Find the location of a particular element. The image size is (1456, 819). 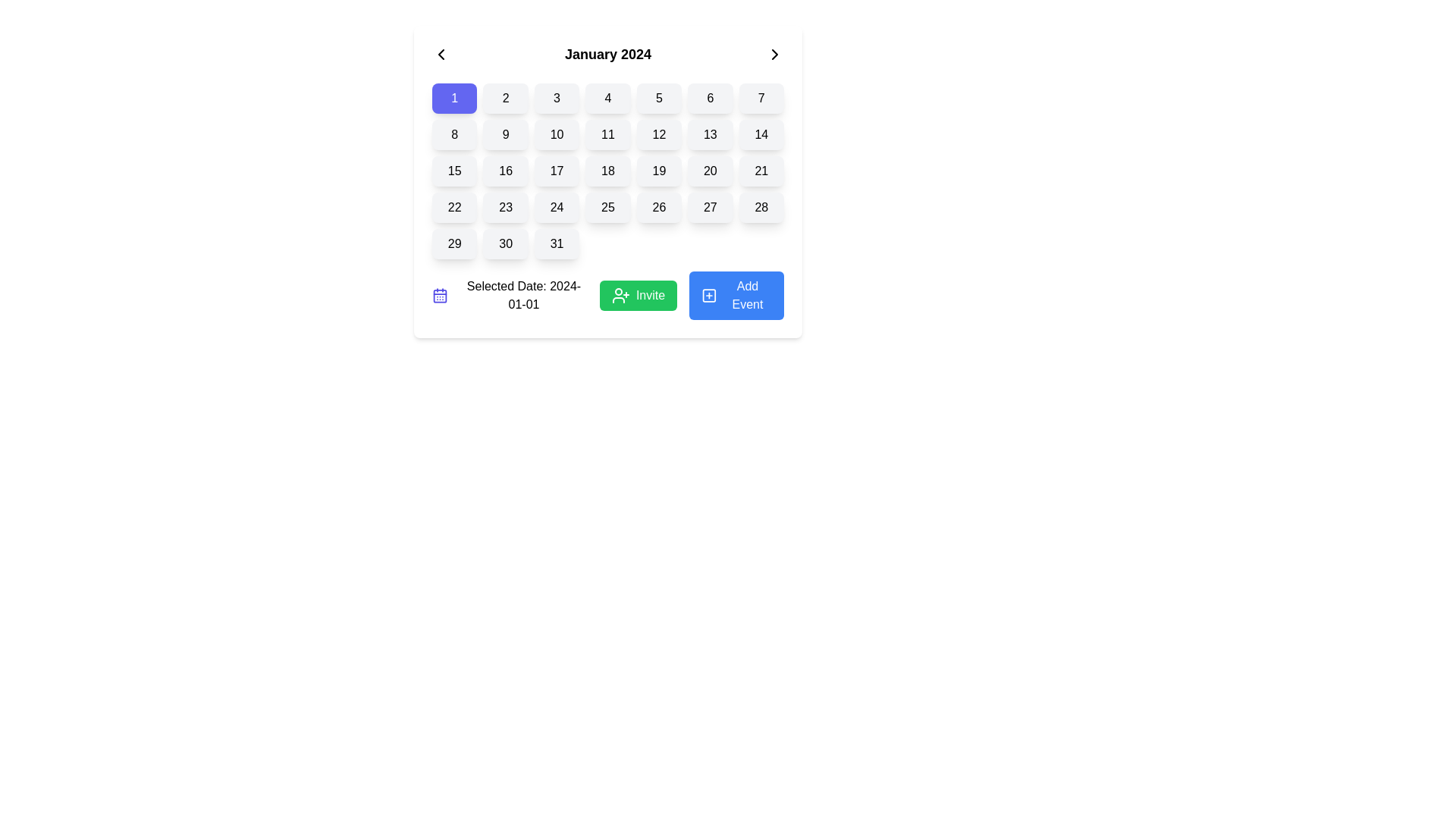

the button labeled '26' in the calendar grid layout is located at coordinates (659, 207).